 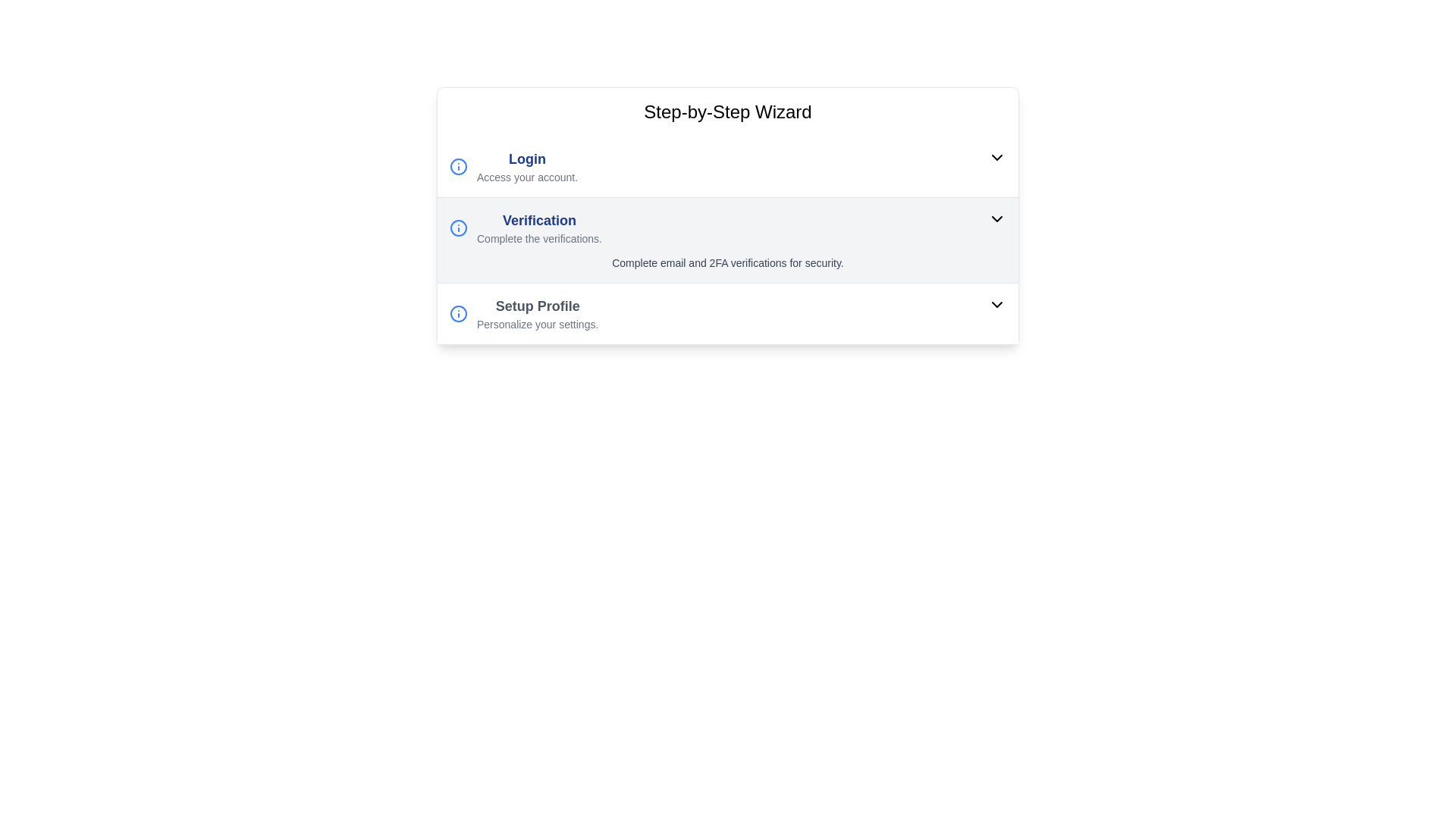 What do you see at coordinates (538, 312) in the screenshot?
I see `text from the 'Setup Profile' area, which includes the title 'Setup Profile' and subtitle 'Personalize your settings.' This text display area is the third item in the vertical list within the wizard interface` at bounding box center [538, 312].